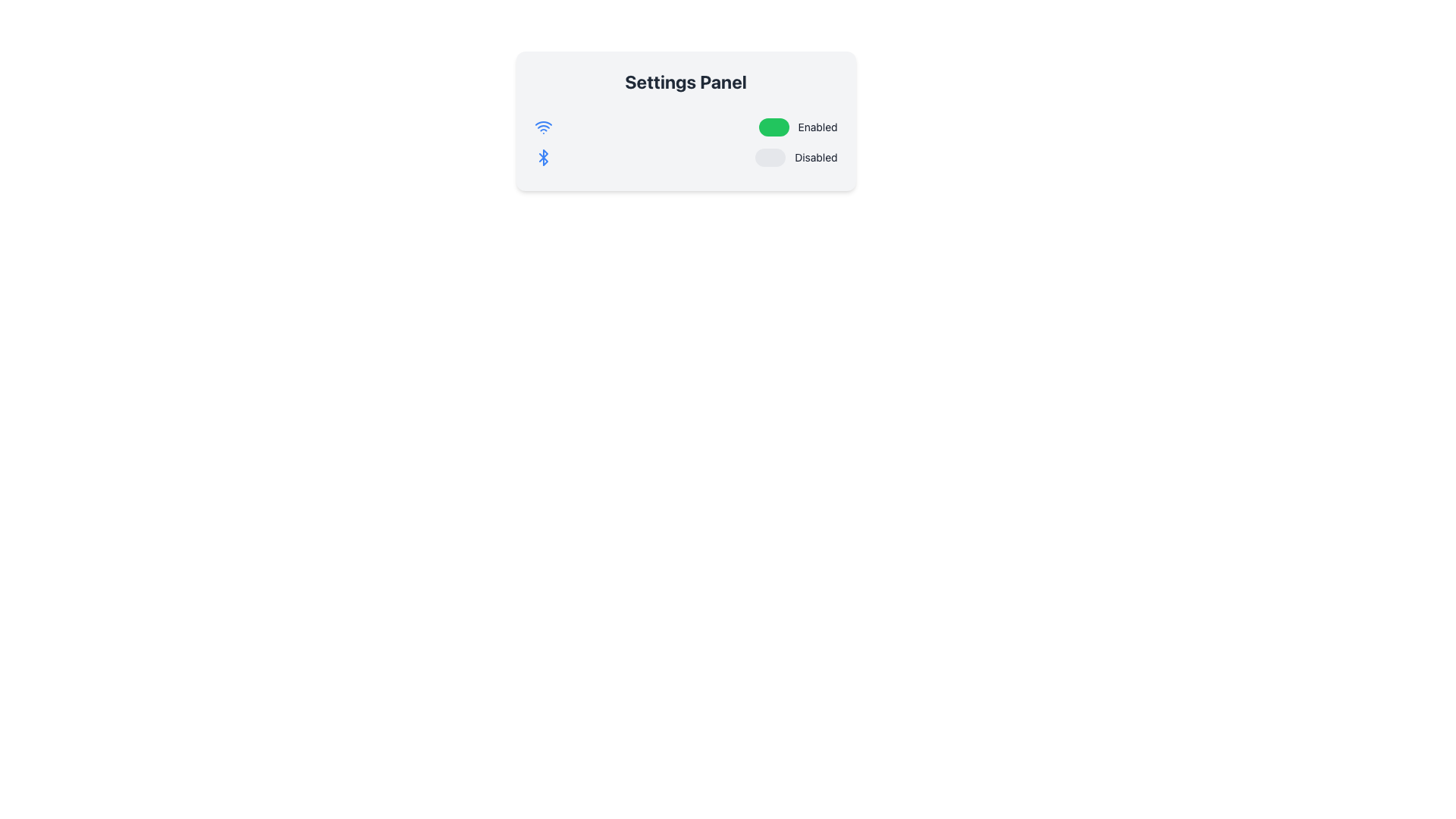  What do you see at coordinates (543, 158) in the screenshot?
I see `the Bluetooth icon located as the second icon in the left column of the settings panel, positioned below the Wi-Fi symbol` at bounding box center [543, 158].